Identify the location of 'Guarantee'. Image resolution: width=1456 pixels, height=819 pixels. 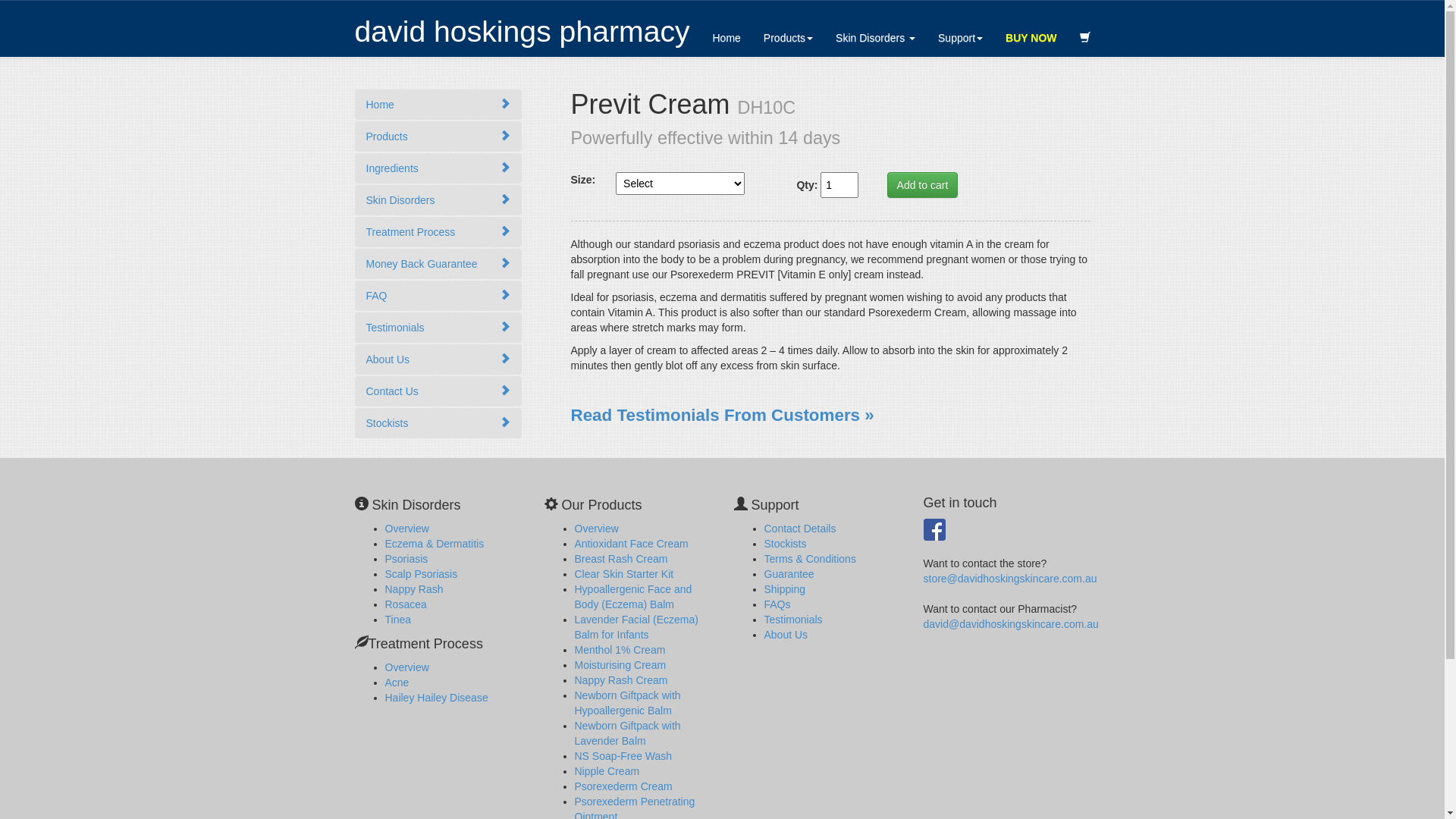
(789, 573).